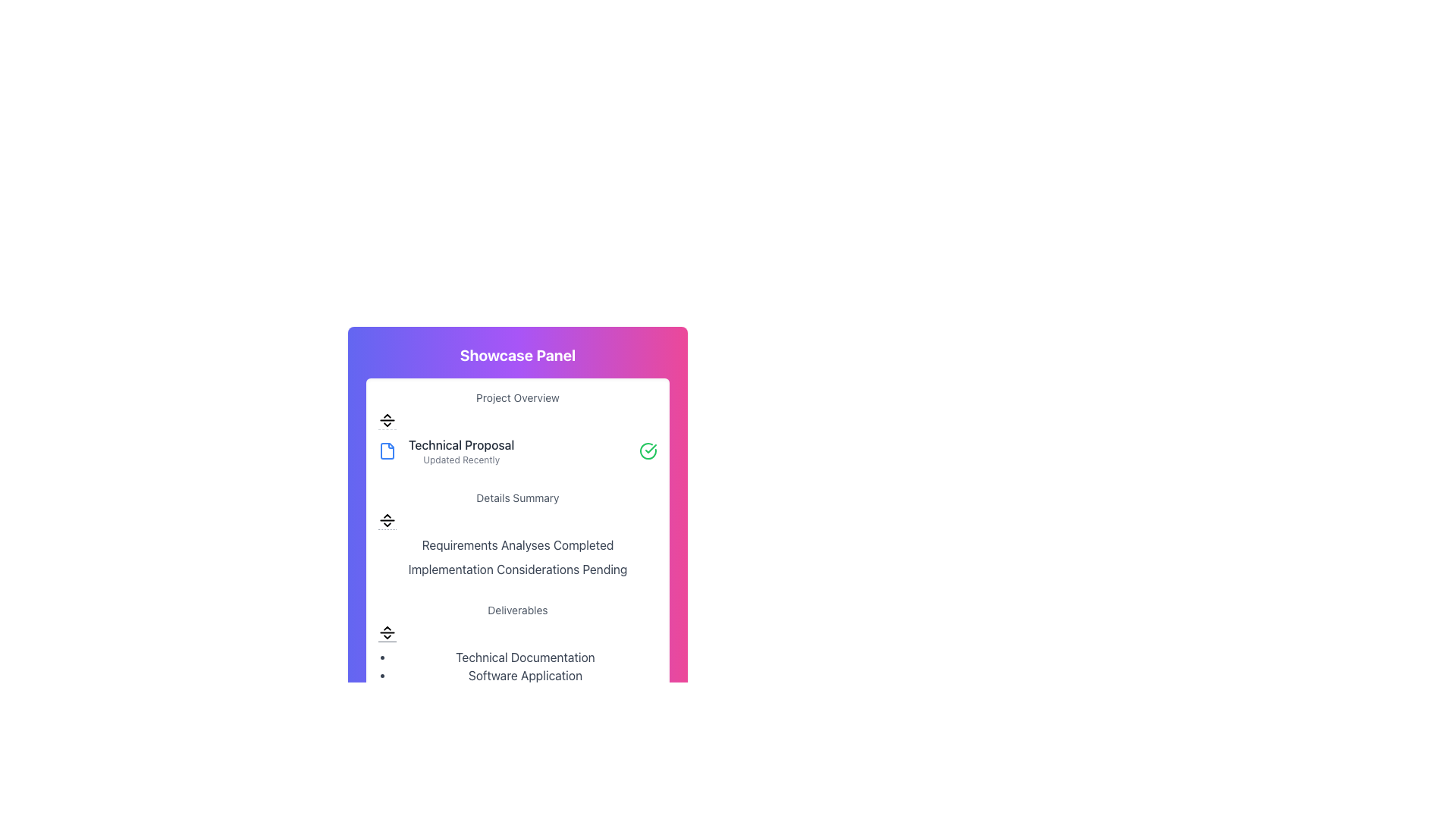 The image size is (1456, 819). Describe the element at coordinates (460, 459) in the screenshot. I see `the timestamp or update note provided` at that location.